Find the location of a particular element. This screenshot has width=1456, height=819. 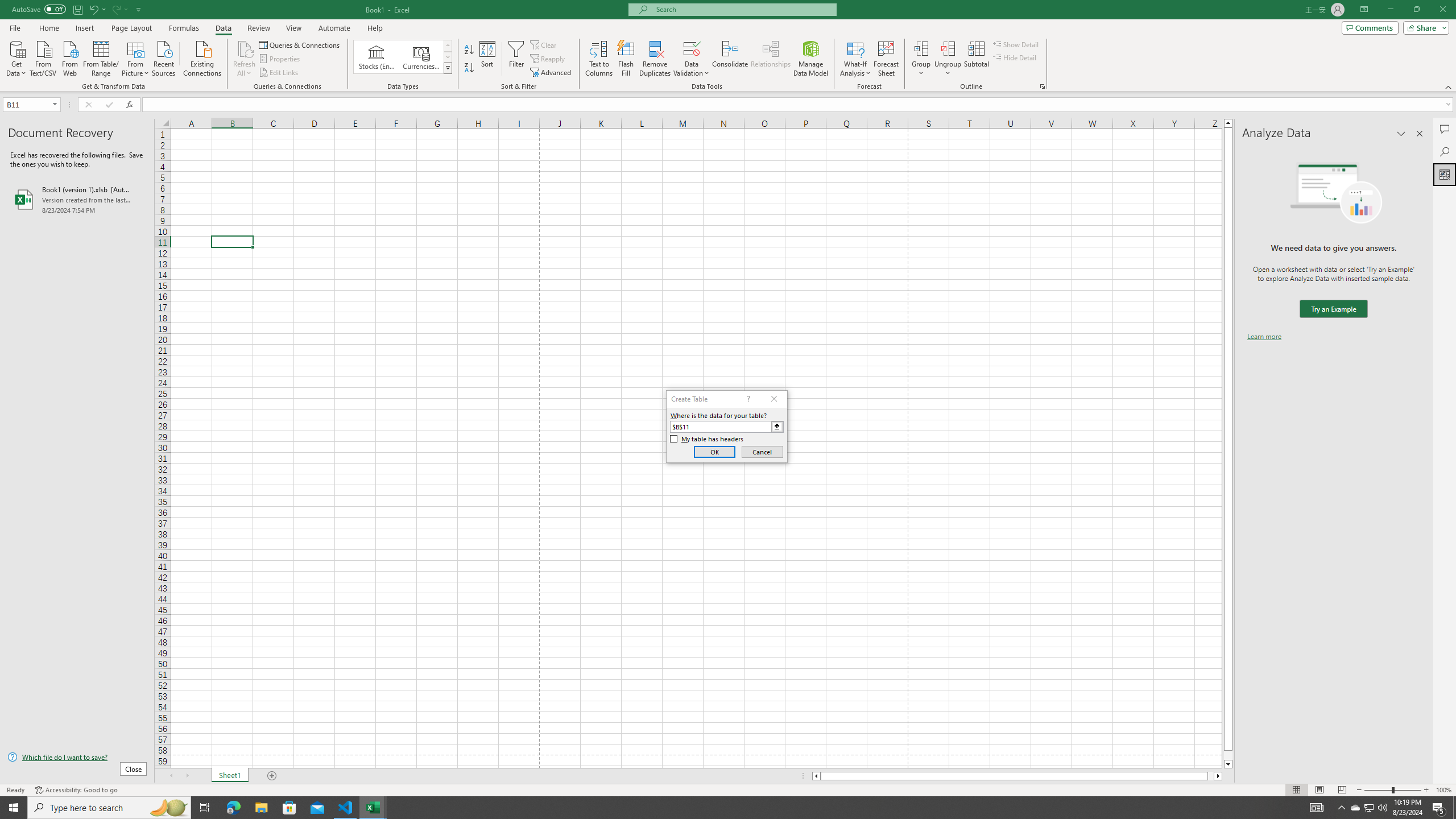

'Analyze Data' is located at coordinates (1444, 174).